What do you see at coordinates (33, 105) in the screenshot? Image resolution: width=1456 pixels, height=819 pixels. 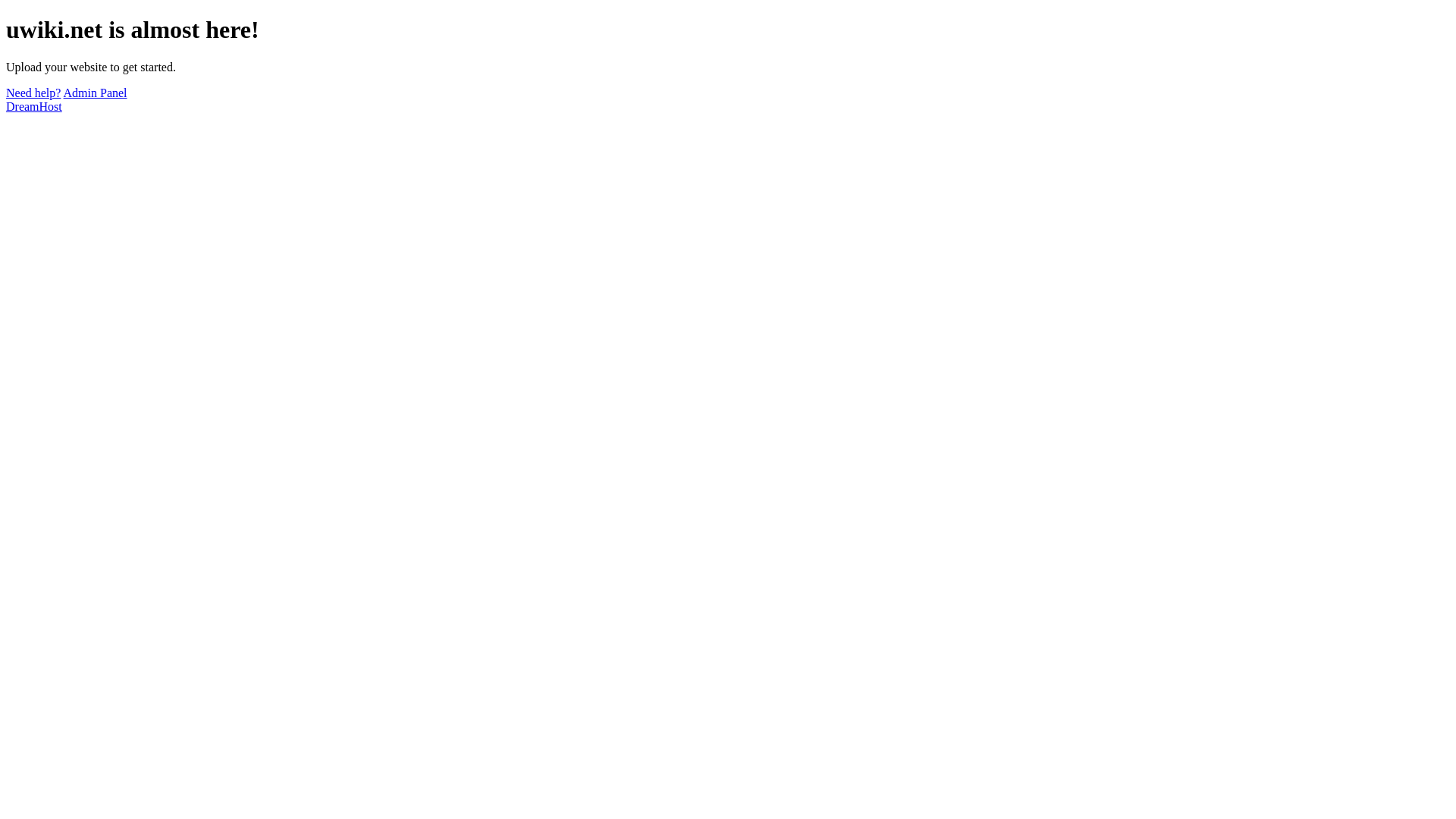 I see `'DreamHost'` at bounding box center [33, 105].